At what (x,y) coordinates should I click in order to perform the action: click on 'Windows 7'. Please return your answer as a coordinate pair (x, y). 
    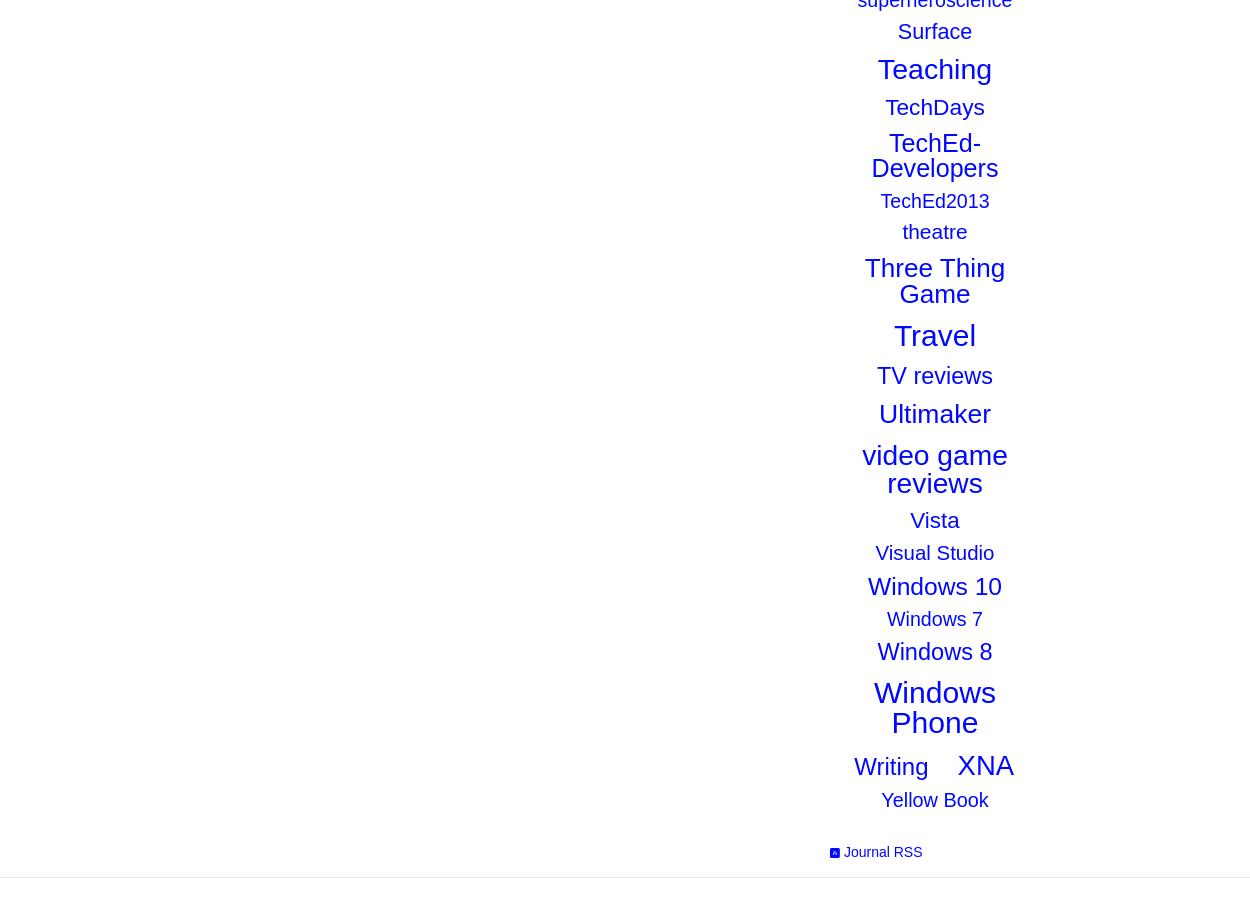
    Looking at the image, I should click on (934, 619).